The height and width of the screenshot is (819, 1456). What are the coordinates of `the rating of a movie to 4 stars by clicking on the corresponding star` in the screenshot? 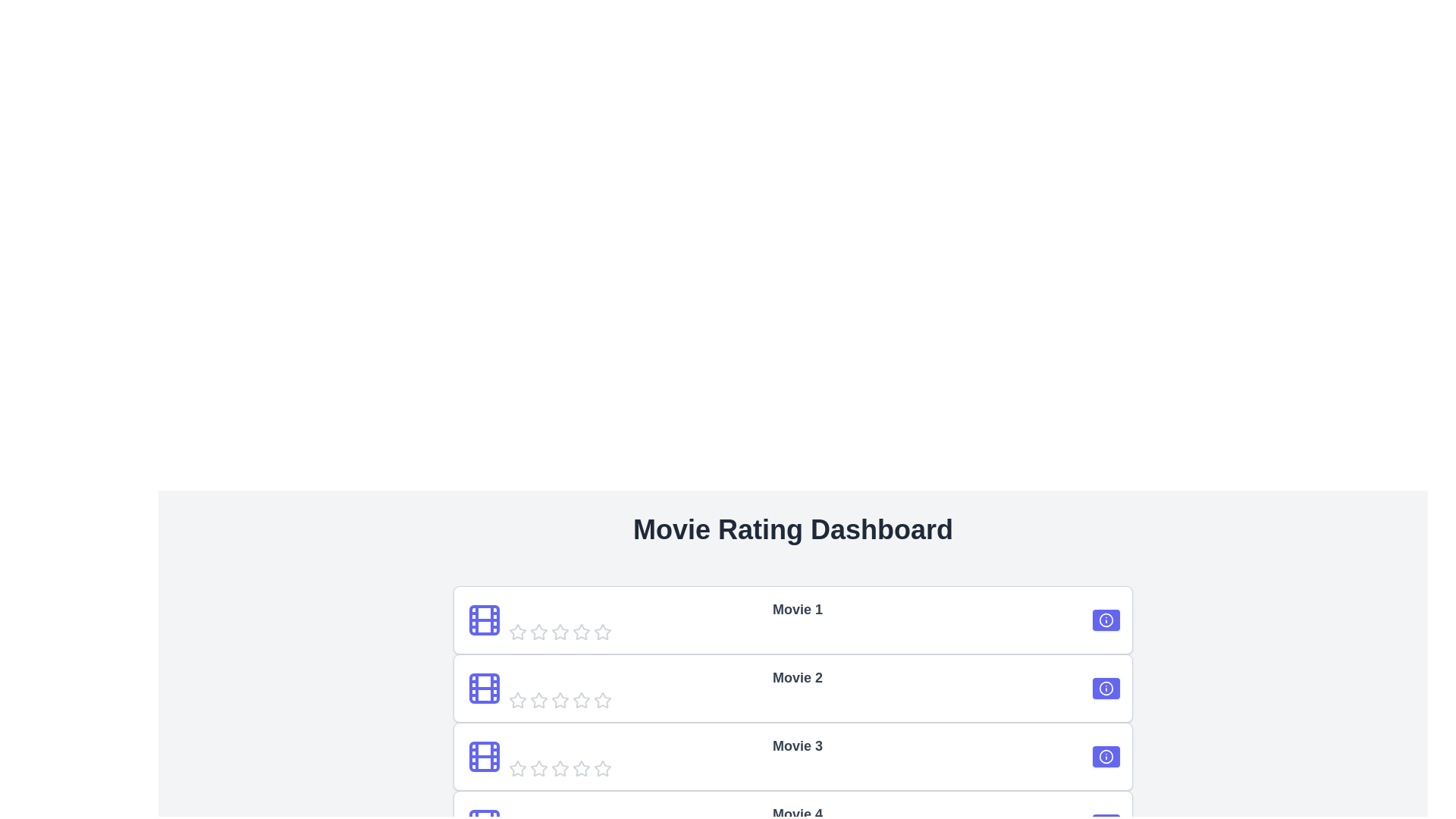 It's located at (581, 632).